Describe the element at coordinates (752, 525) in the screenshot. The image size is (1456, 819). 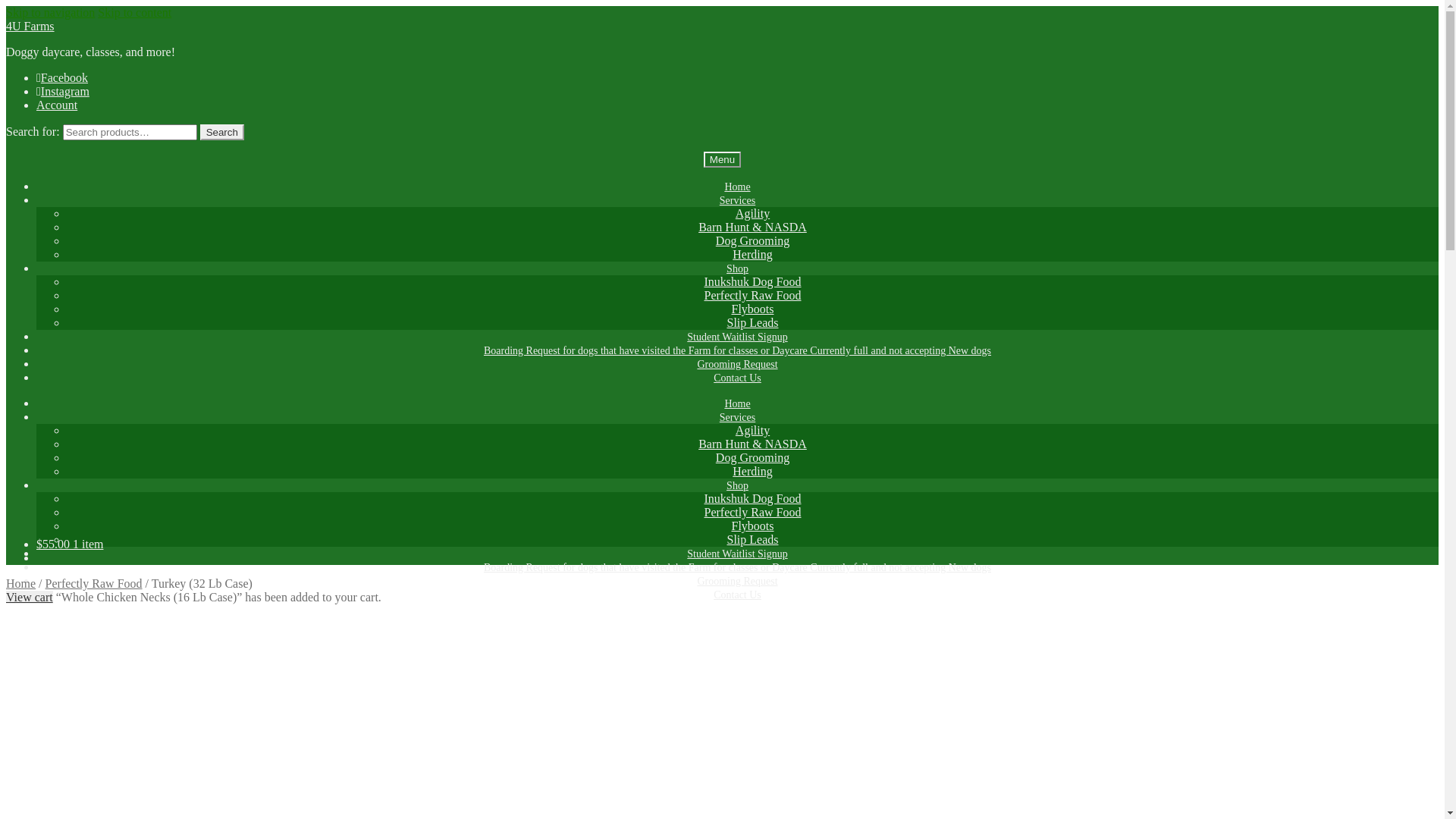
I see `'Flyboots'` at that location.